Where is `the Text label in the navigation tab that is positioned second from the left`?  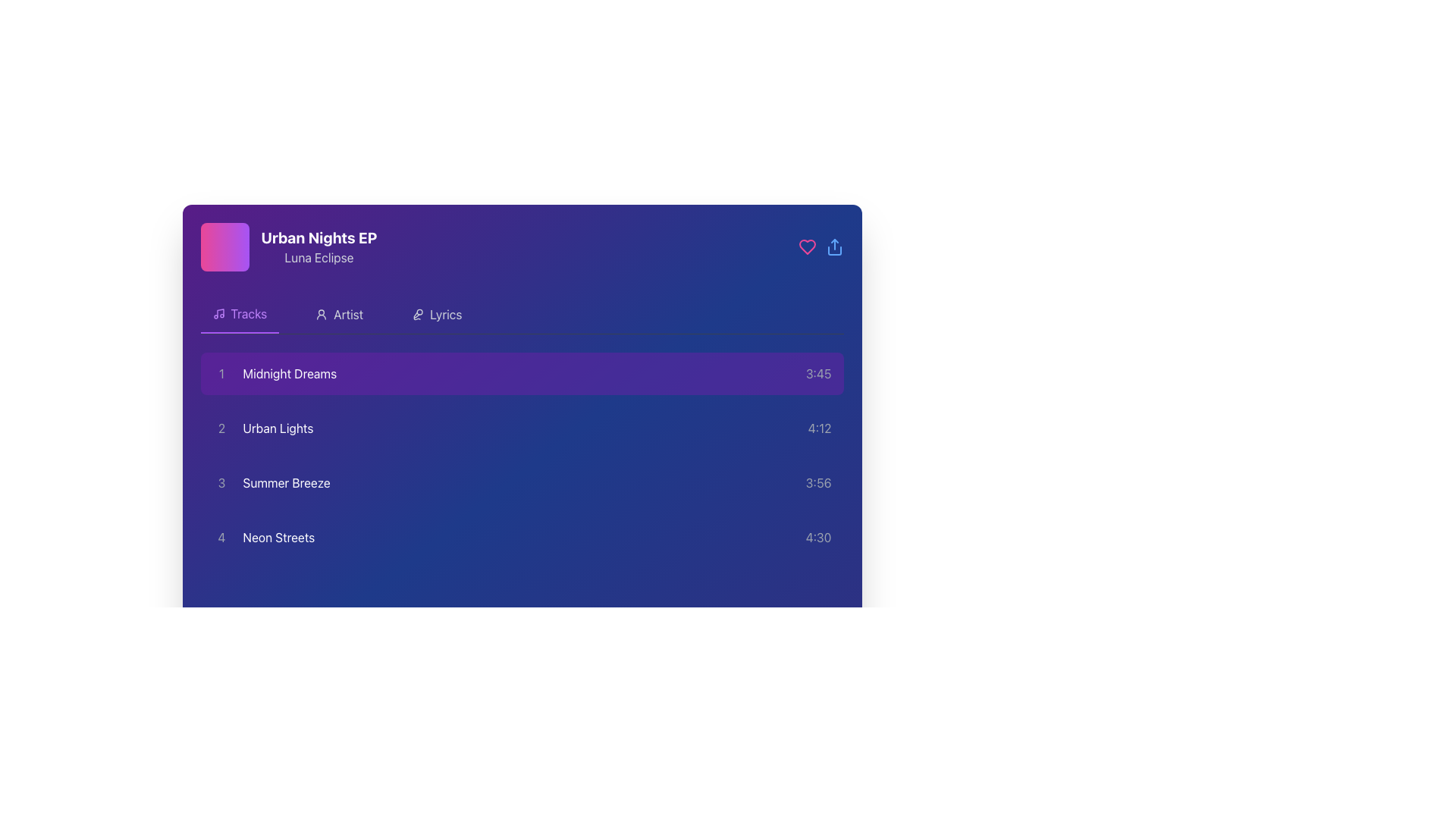
the Text label in the navigation tab that is positioned second from the left is located at coordinates (249, 312).